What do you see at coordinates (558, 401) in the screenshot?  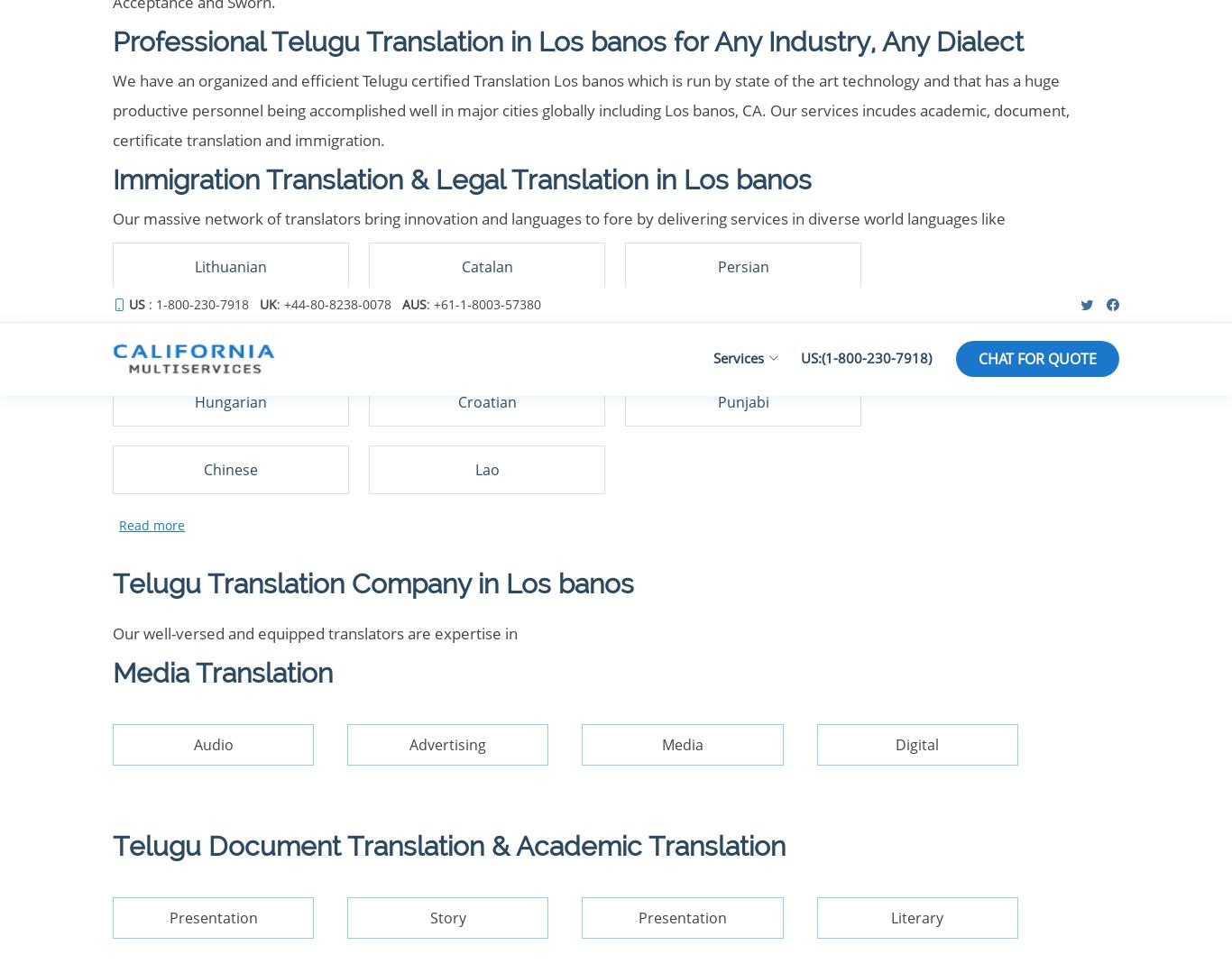 I see `'UK'` at bounding box center [558, 401].